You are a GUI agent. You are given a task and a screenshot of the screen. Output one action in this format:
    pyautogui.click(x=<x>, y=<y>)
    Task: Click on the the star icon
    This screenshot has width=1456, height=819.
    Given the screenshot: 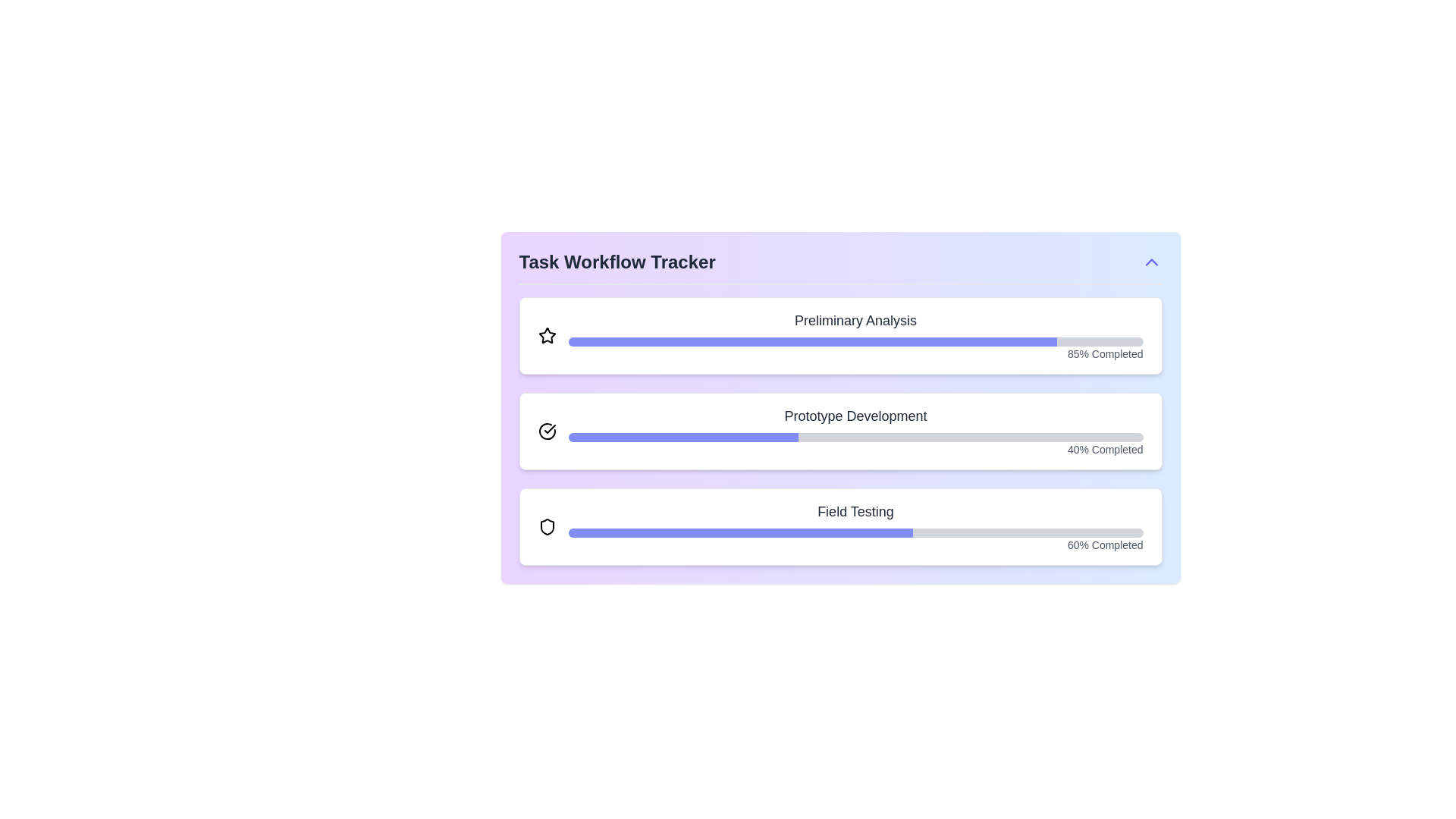 What is the action you would take?
    pyautogui.click(x=546, y=334)
    